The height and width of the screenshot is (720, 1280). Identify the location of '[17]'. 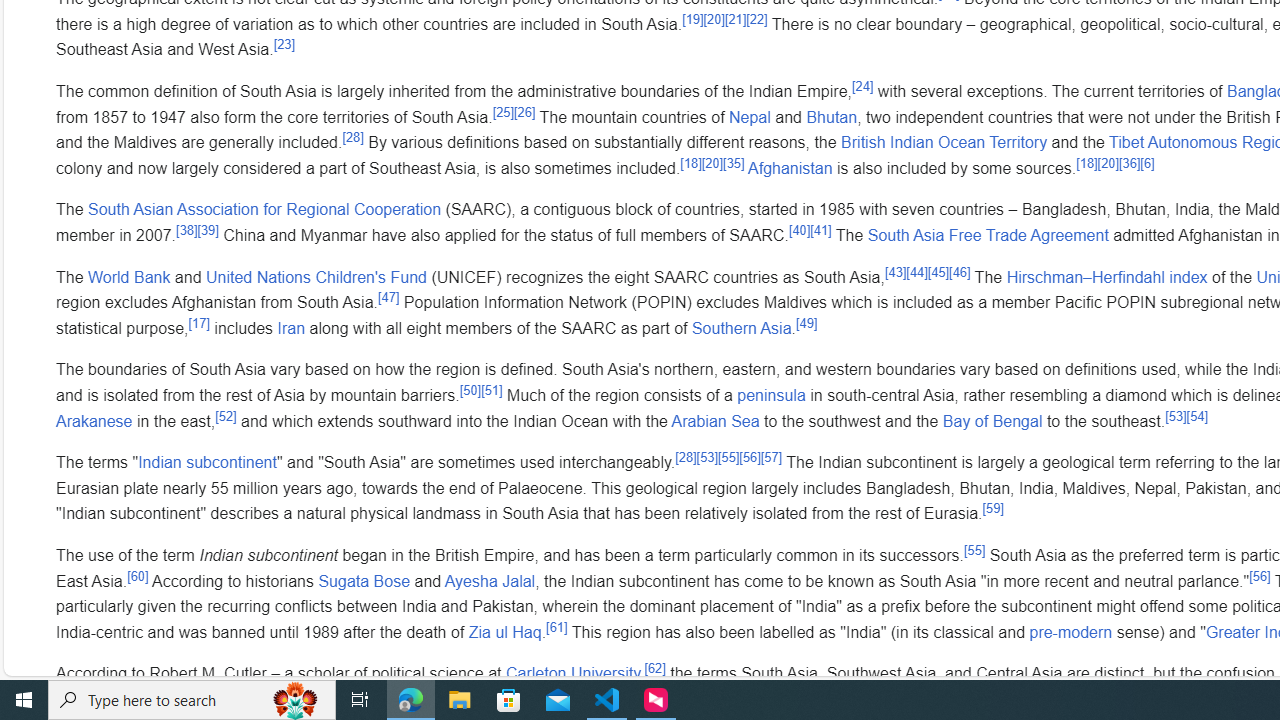
(199, 322).